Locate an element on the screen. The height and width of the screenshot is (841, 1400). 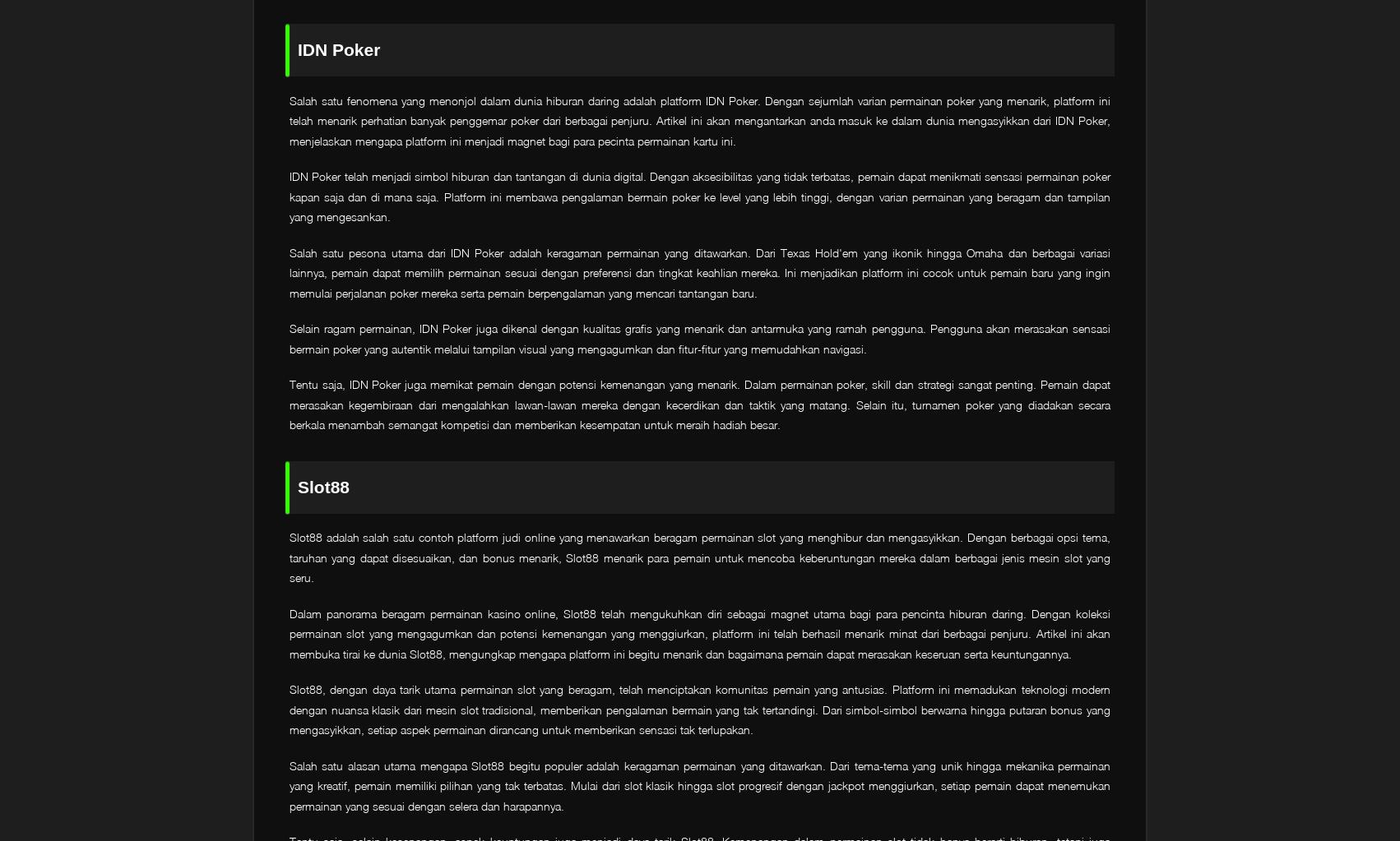
'Selain ragam permainan, IDN Poker juga dikenal dengan kualitas grafis yang menarik dan antarmuka yang ramah pengguna. Pengguna akan merasakan sensasi bermain poker yang autentik melalui tampilan visual yang mengagumkan dan fitur-fitur yang memudahkan navigasi.' is located at coordinates (289, 338).